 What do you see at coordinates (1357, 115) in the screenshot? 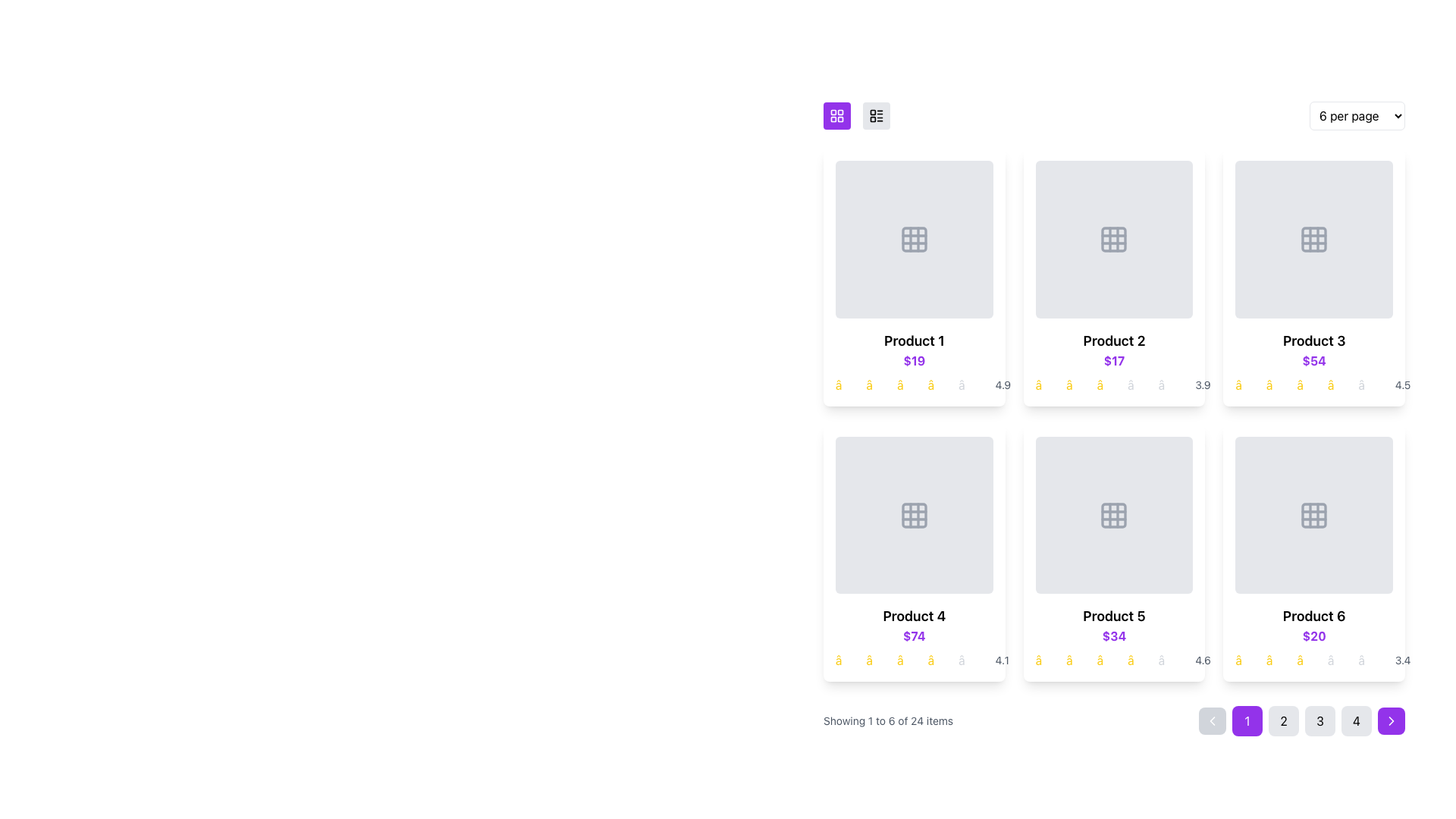
I see `an option from the dropdown menu located at the far right of the alignment options bar, which allows the user to change the number of items displayed per page` at bounding box center [1357, 115].